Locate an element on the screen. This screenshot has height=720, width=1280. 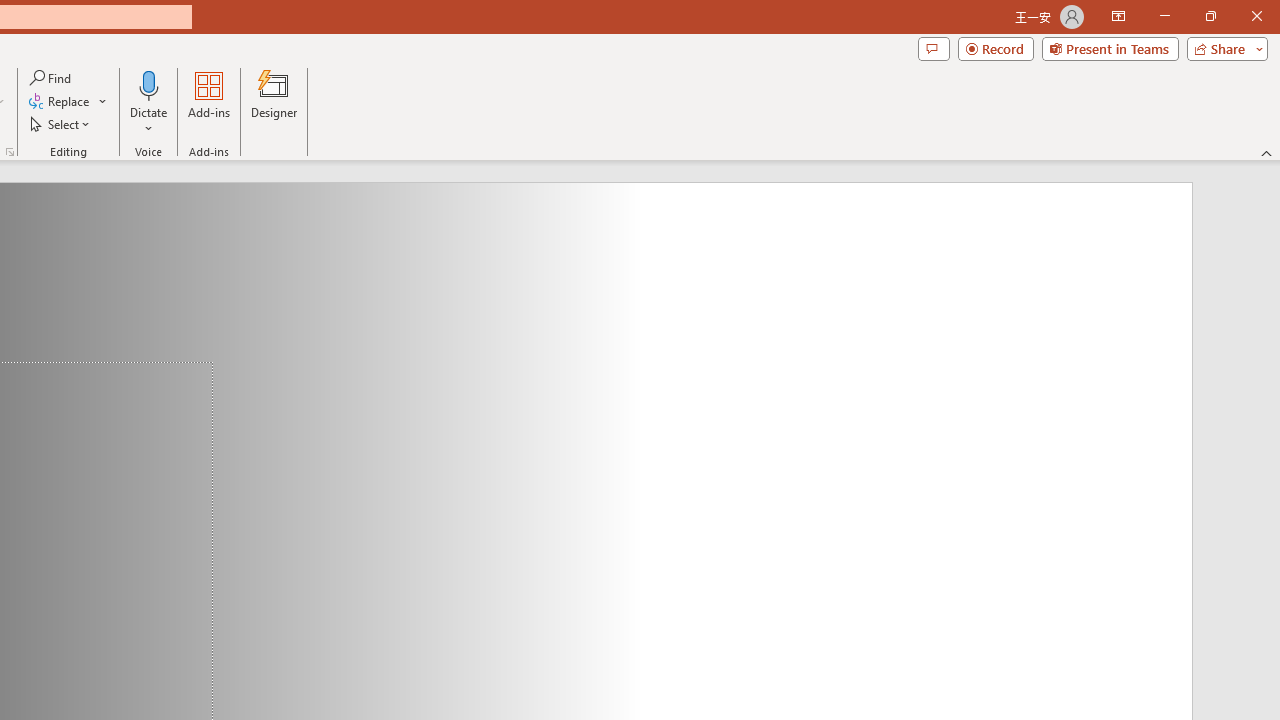
'Find...' is located at coordinates (51, 77).